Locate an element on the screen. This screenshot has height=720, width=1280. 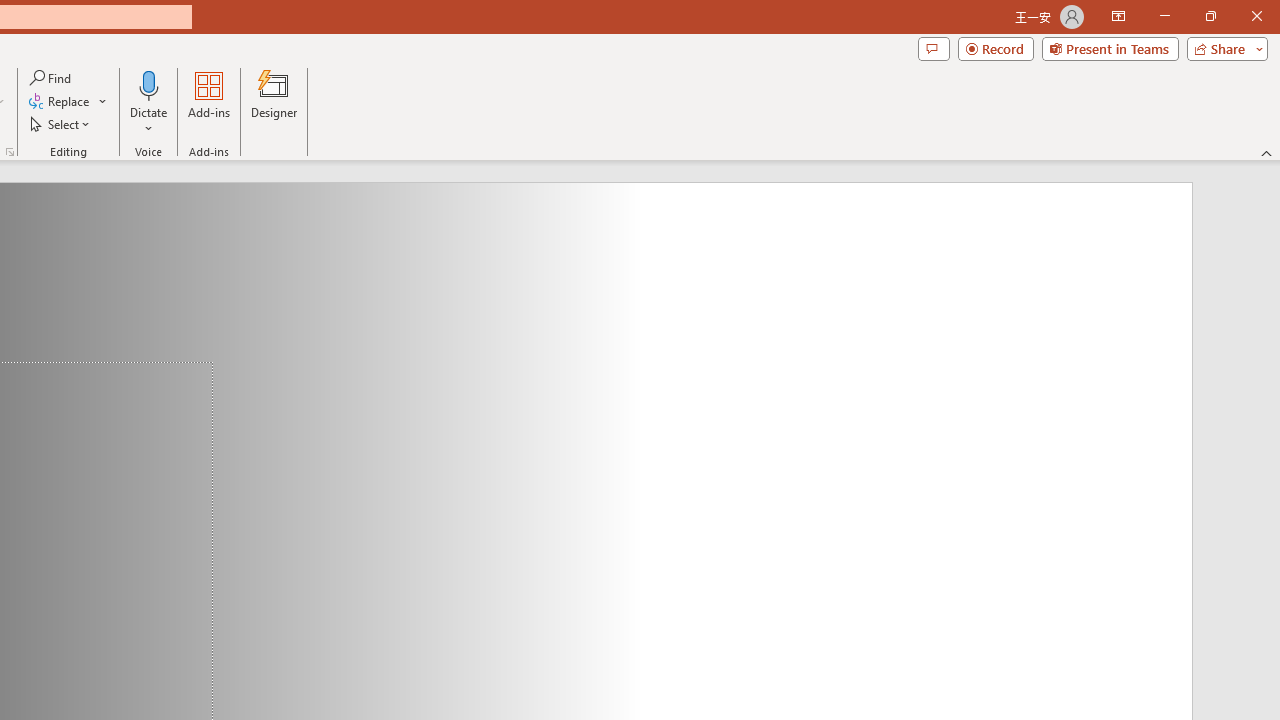
'Find...' is located at coordinates (51, 77).